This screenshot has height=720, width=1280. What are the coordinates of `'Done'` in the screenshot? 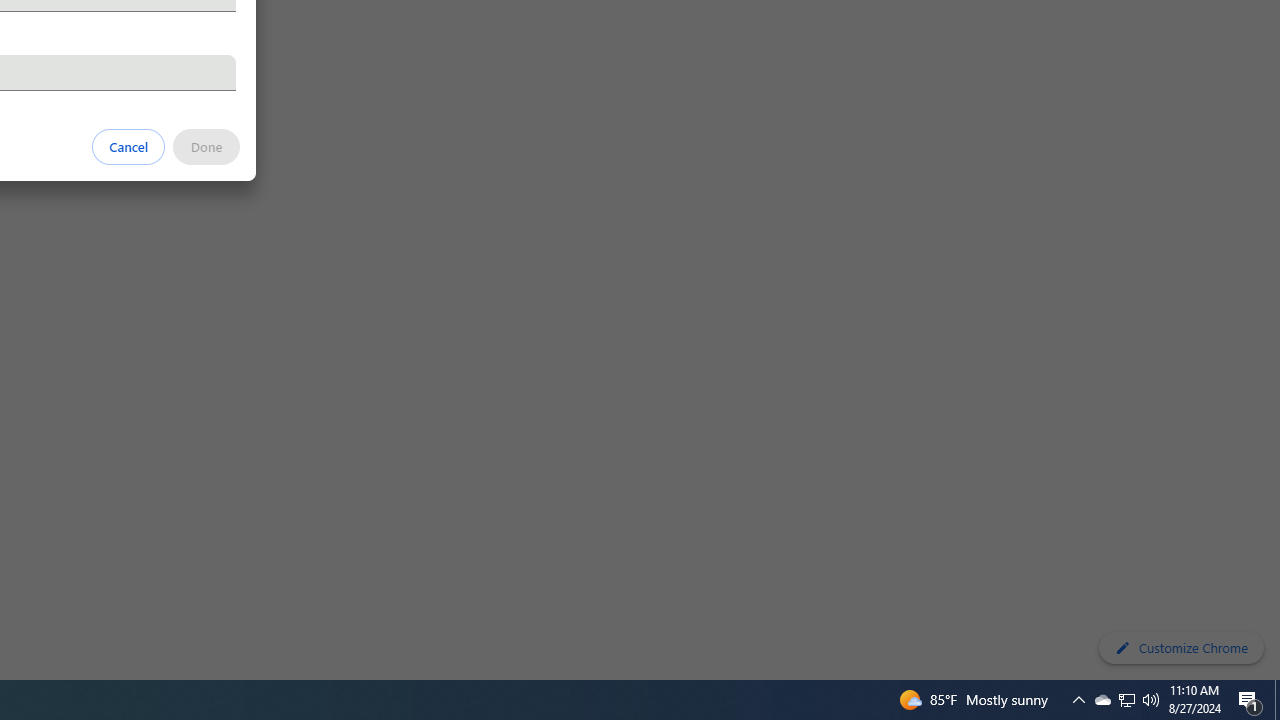 It's located at (206, 145).